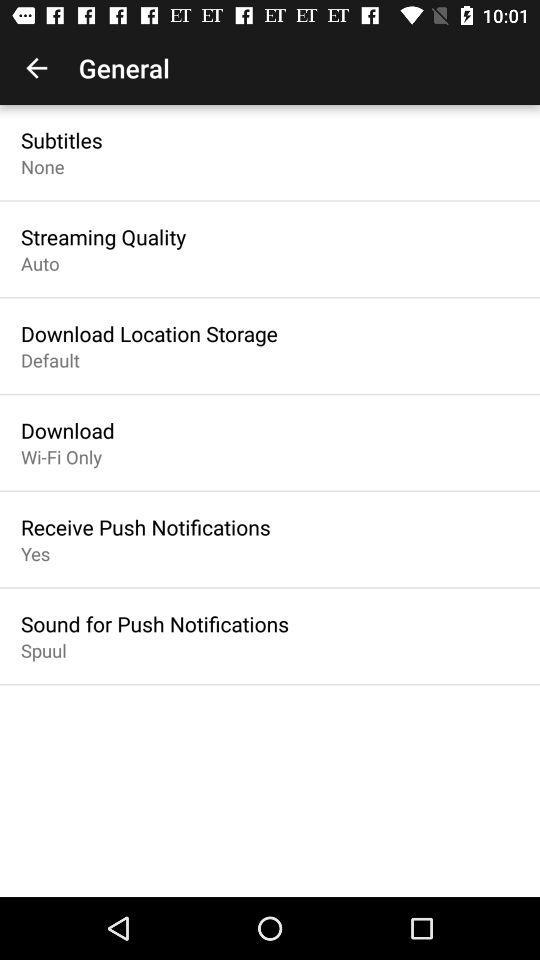 The width and height of the screenshot is (540, 960). What do you see at coordinates (154, 623) in the screenshot?
I see `icon below the yes icon` at bounding box center [154, 623].